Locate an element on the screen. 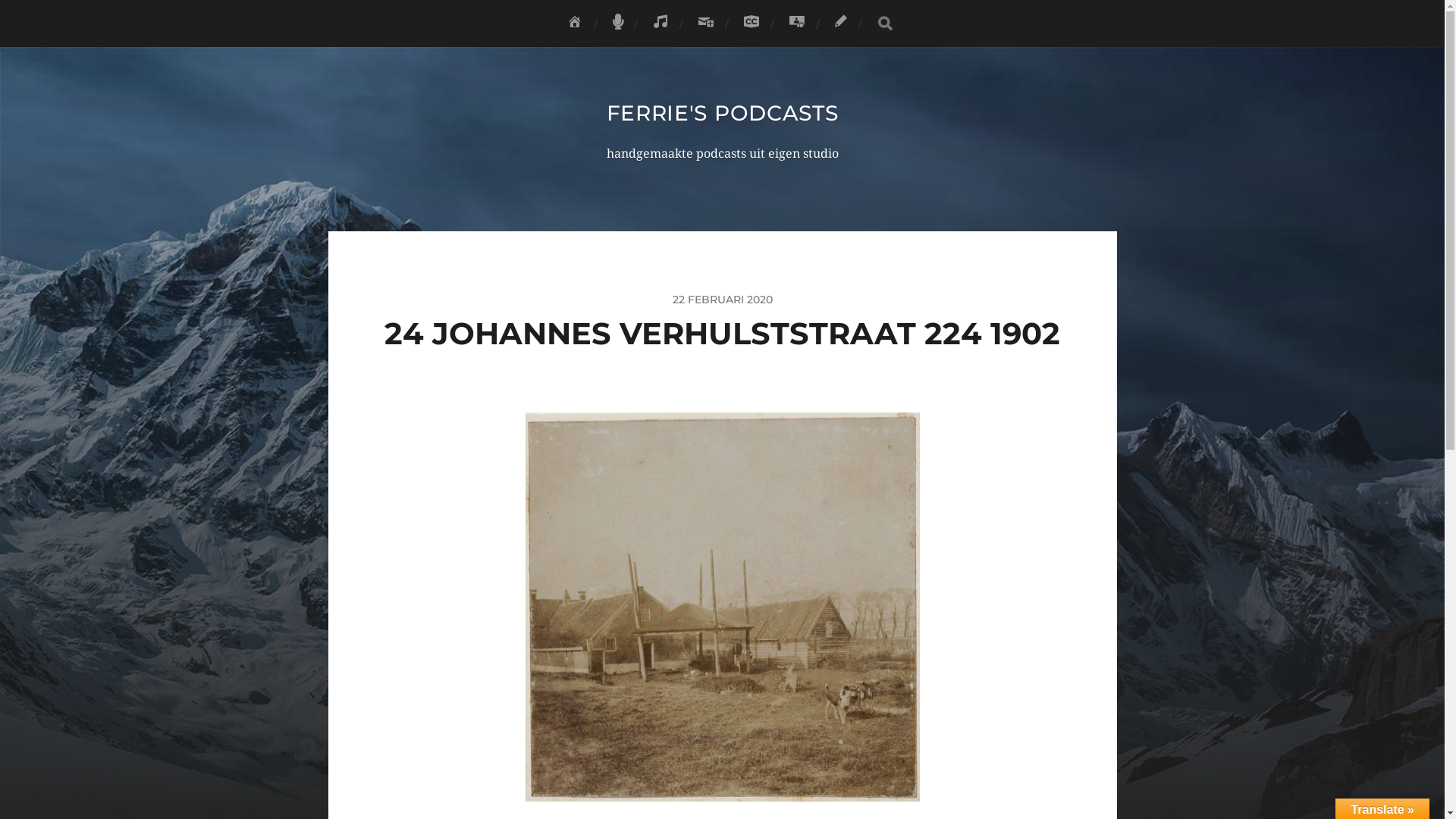 This screenshot has width=1456, height=819. 'FERRIE' is located at coordinates (617, 23).